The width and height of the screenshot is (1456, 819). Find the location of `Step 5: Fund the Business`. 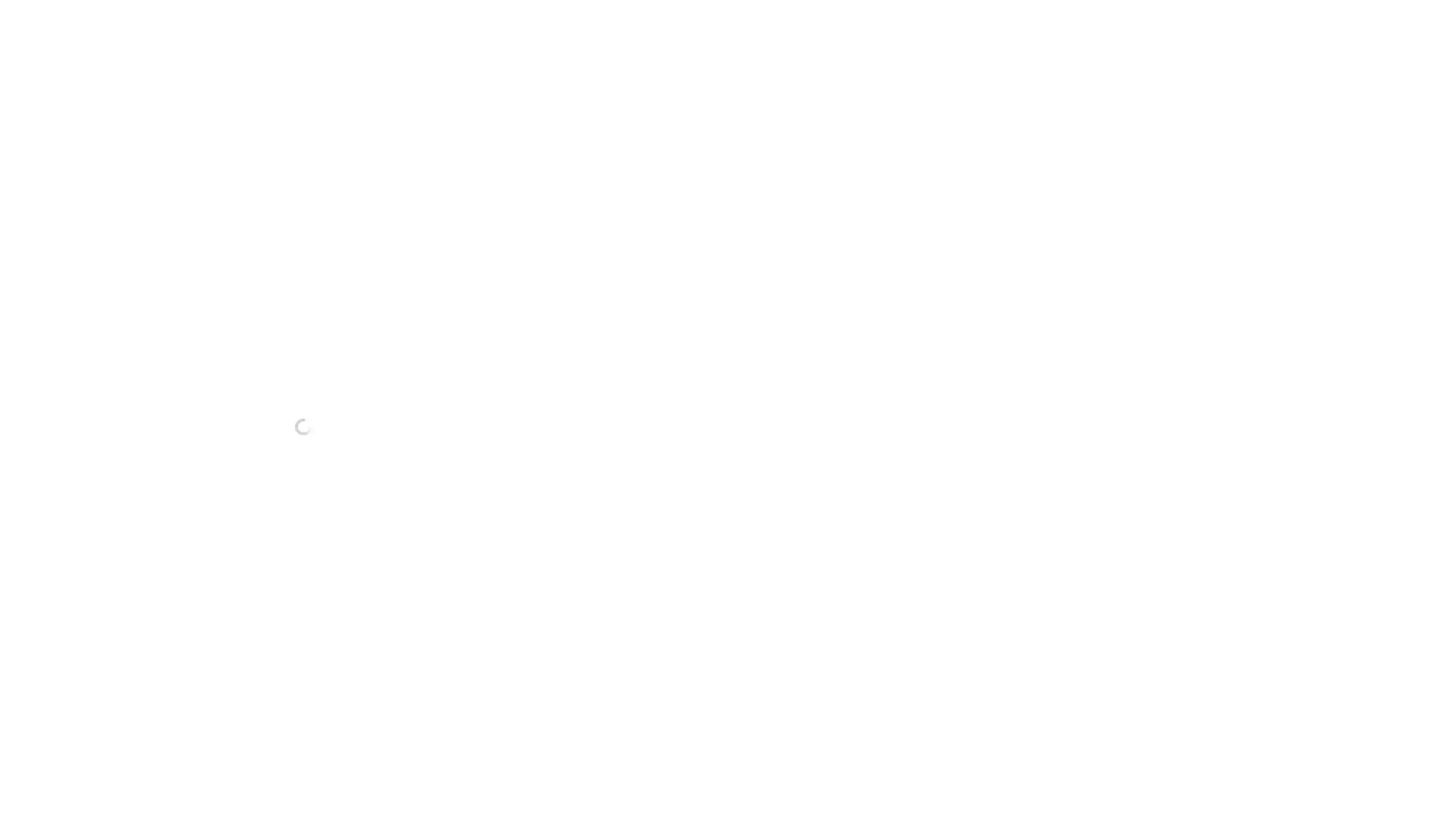

Step 5: Fund the Business is located at coordinates (728, 348).